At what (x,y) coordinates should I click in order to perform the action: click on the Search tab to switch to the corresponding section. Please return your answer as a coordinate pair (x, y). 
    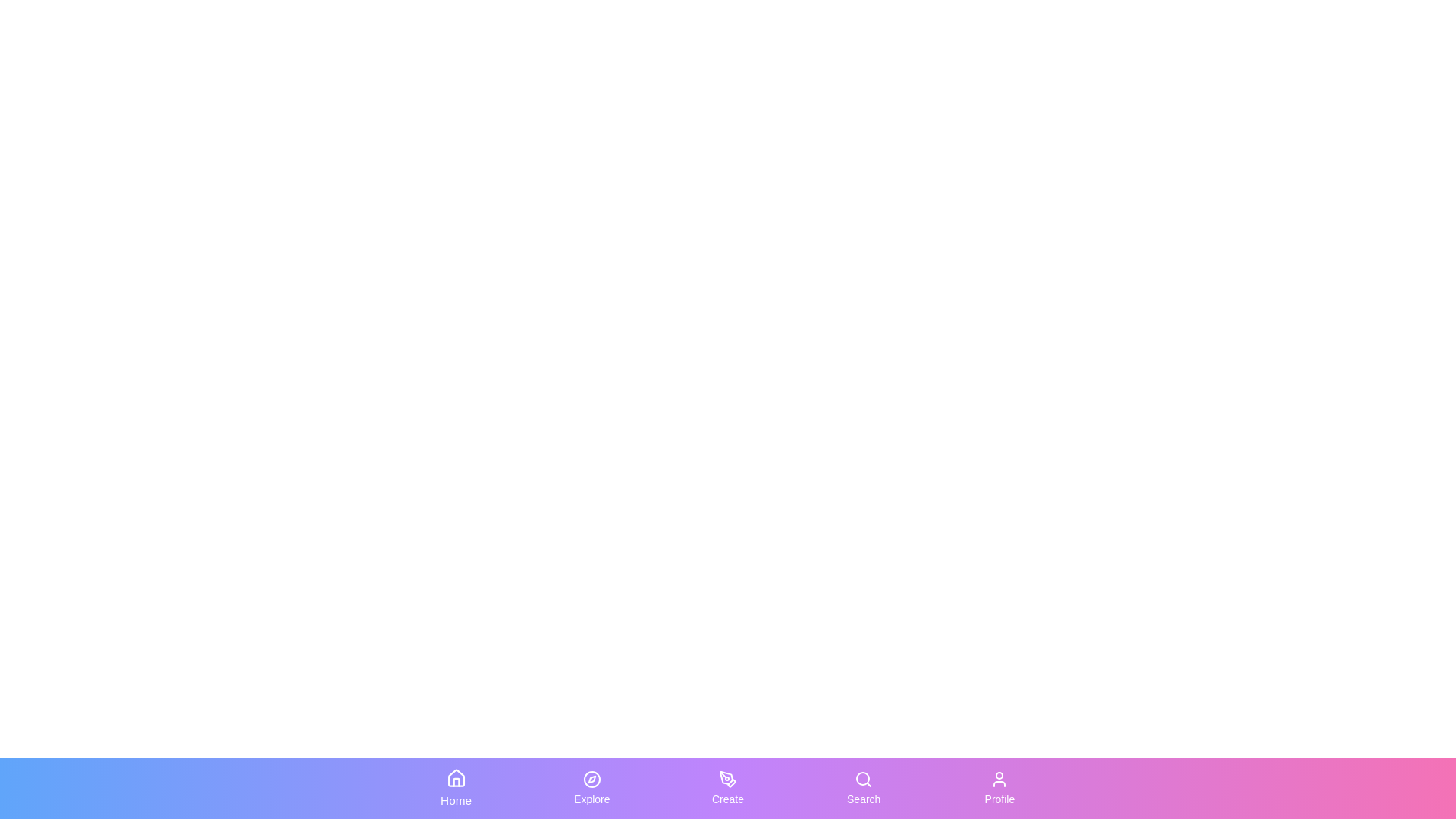
    Looking at the image, I should click on (864, 788).